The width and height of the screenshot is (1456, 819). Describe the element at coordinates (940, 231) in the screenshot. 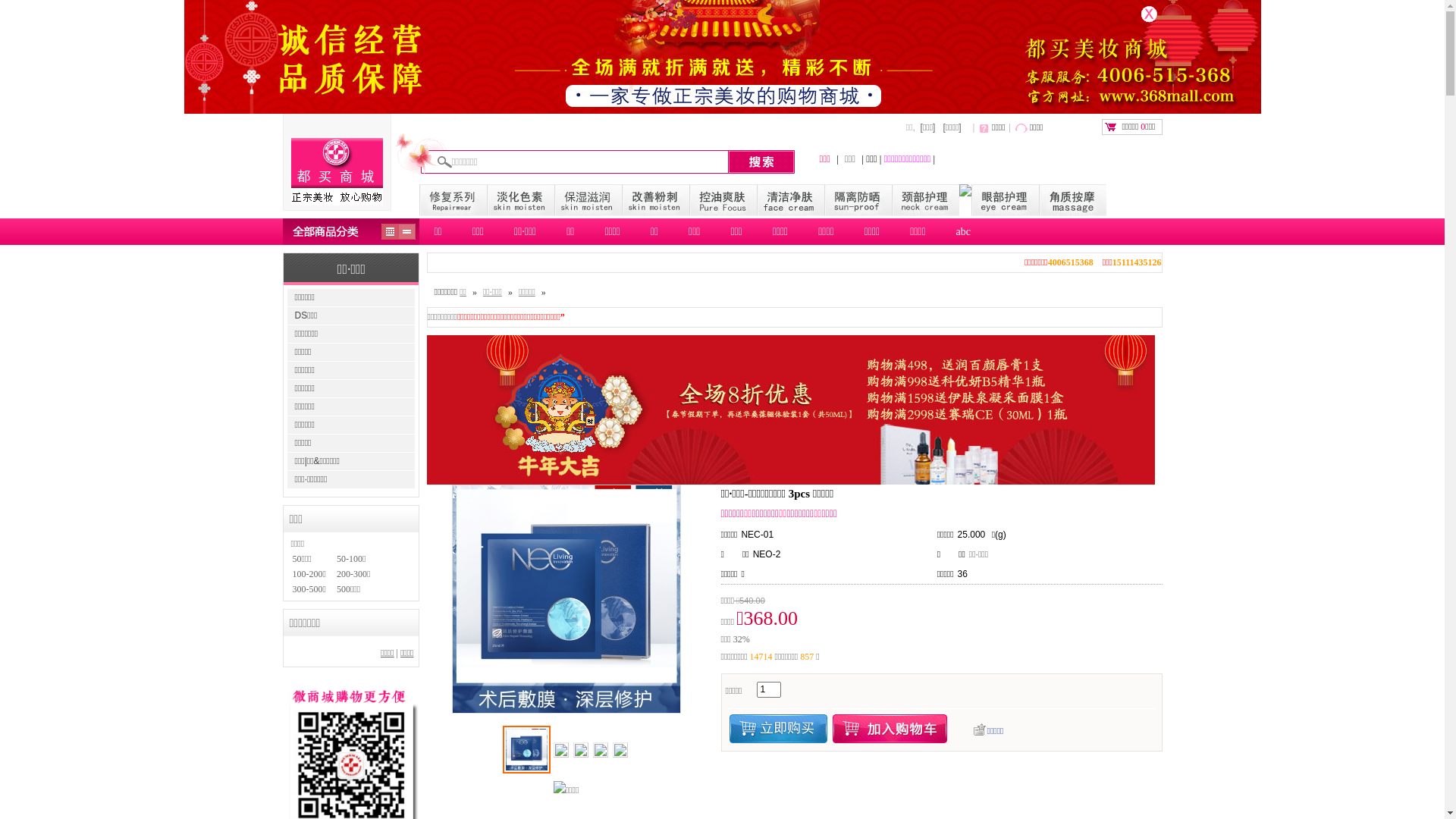

I see `'abc'` at that location.